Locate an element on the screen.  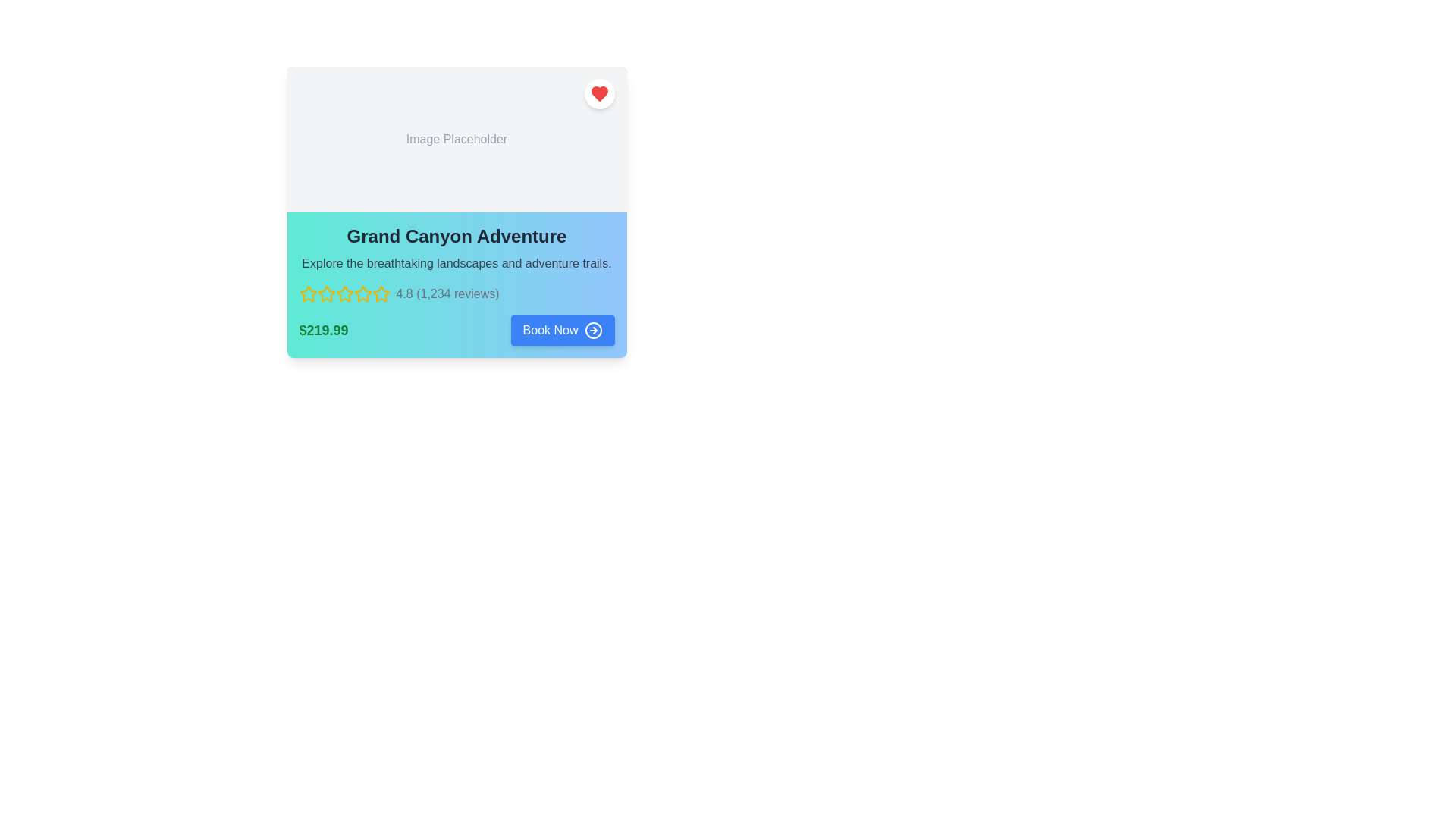
the yellow outlined star icon with a transparent interior, which is the first in a row of five stars used for ratings beneath the title 'Grand Canyon Adventure' is located at coordinates (307, 294).